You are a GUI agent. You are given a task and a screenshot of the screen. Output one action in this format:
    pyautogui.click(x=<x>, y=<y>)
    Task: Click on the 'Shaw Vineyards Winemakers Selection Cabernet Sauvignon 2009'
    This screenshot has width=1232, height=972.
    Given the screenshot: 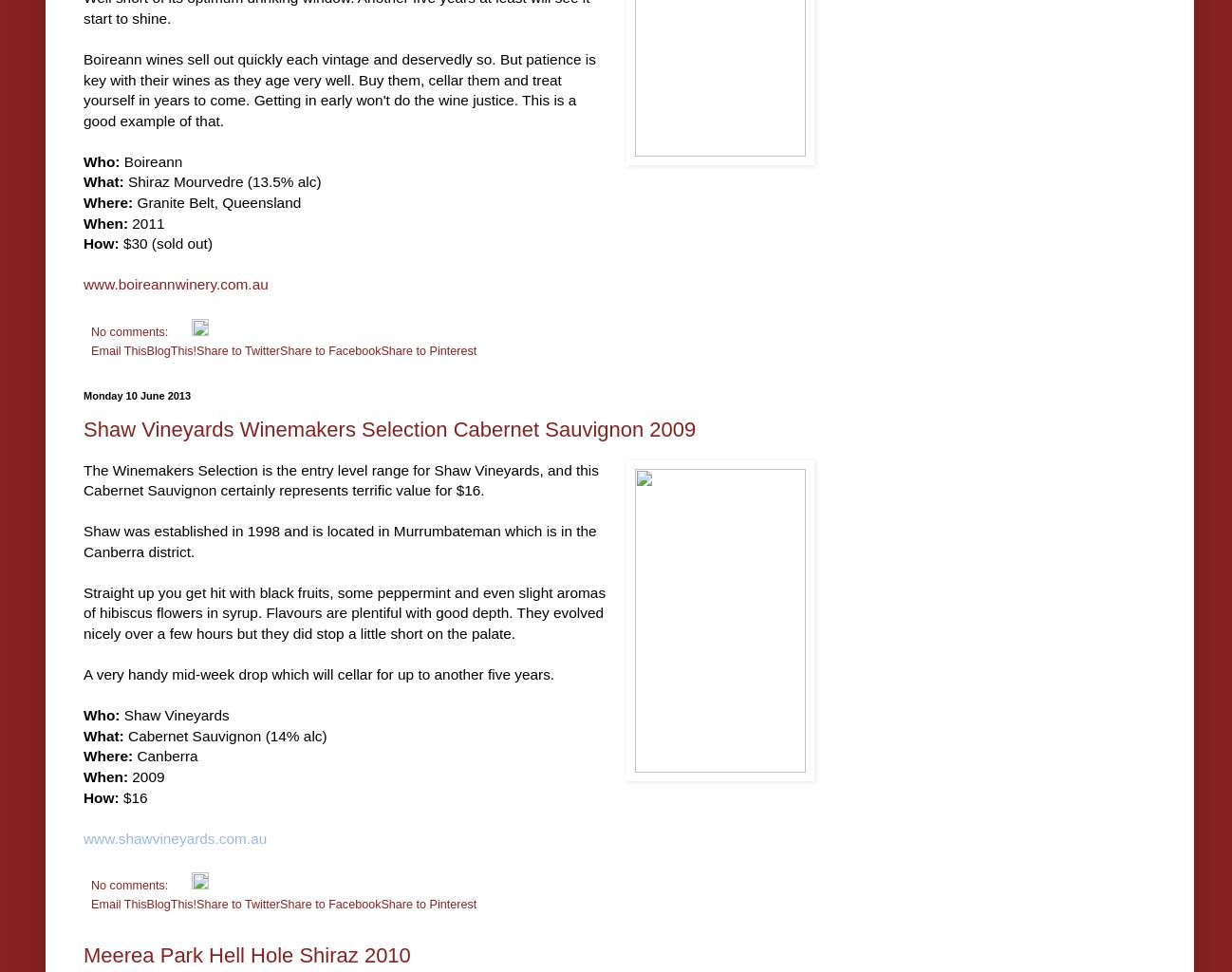 What is the action you would take?
    pyautogui.click(x=388, y=428)
    